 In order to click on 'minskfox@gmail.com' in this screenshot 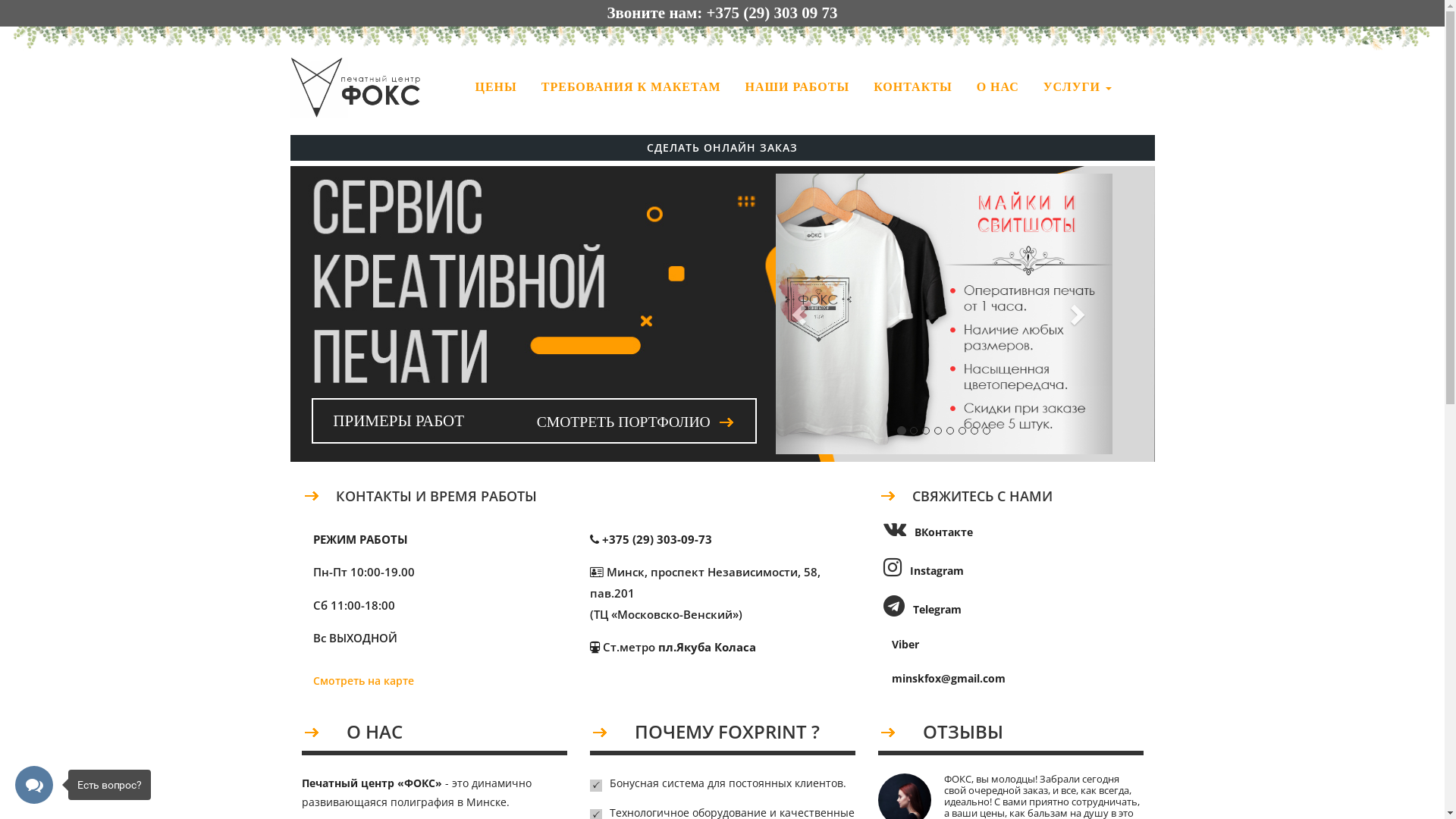, I will do `click(941, 677)`.